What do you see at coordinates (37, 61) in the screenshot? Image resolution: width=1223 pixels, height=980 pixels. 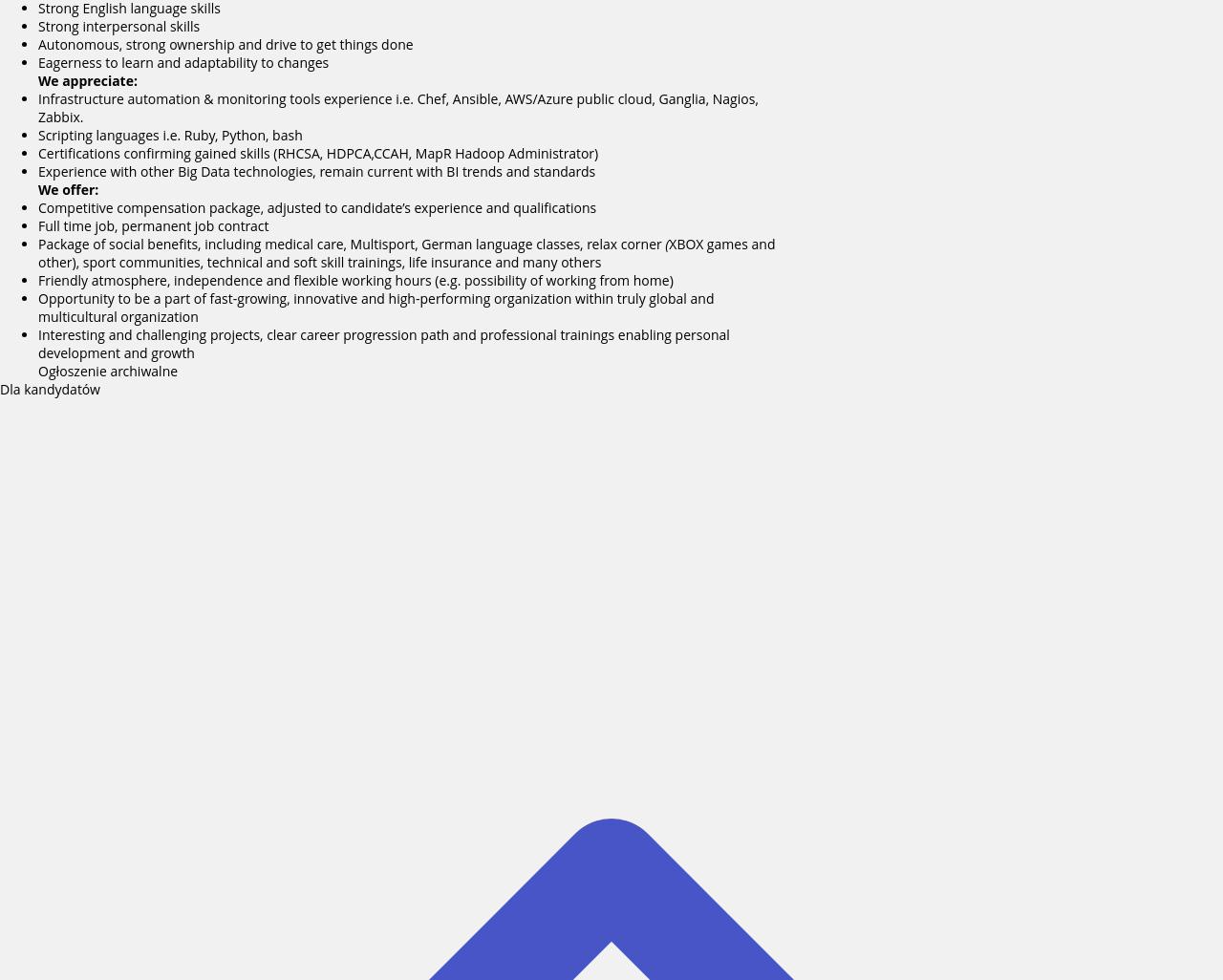 I see `'Eagerness to learn and adaptability to changes'` at bounding box center [37, 61].